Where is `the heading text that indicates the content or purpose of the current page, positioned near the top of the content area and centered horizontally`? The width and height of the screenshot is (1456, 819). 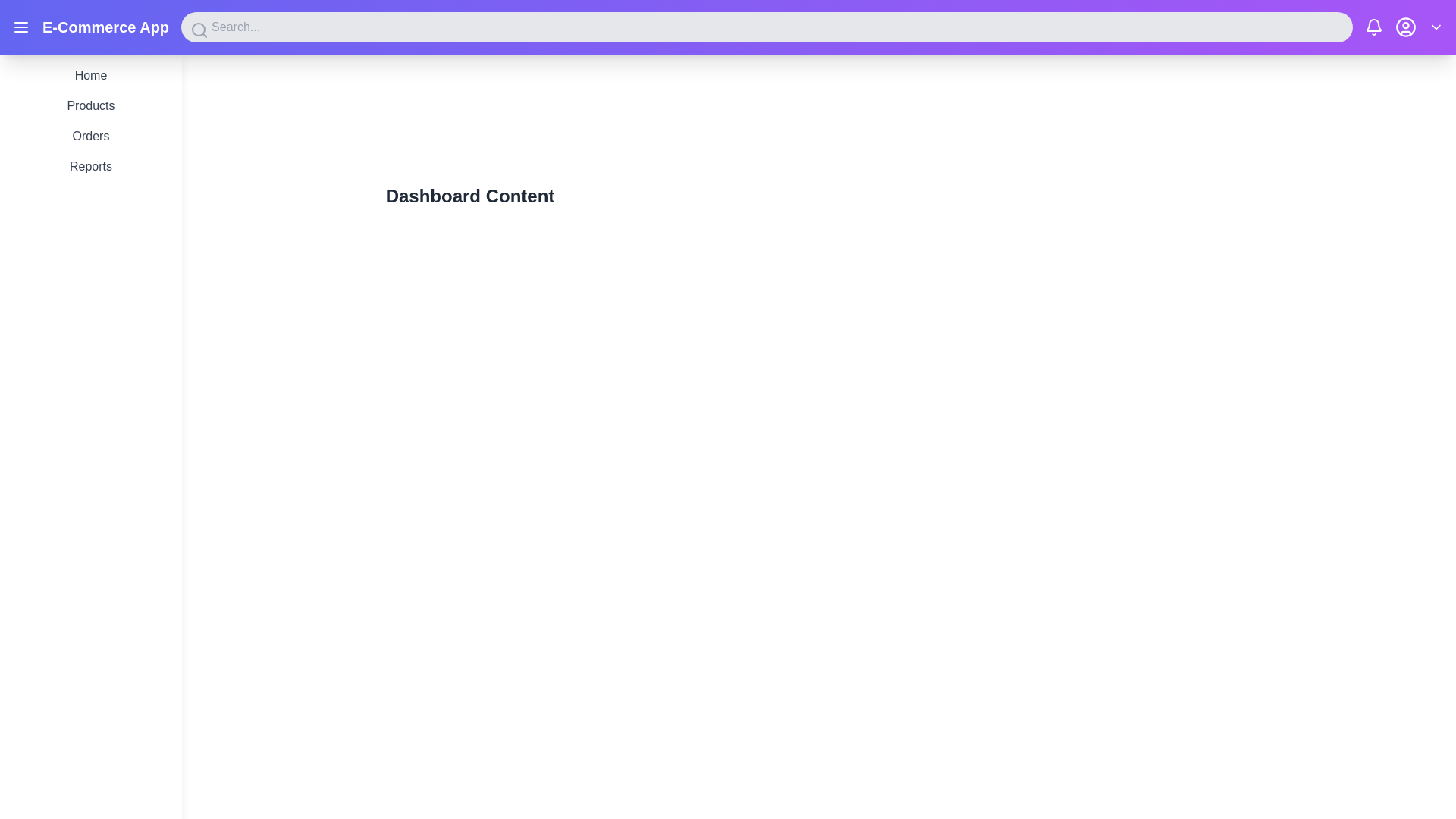
the heading text that indicates the content or purpose of the current page, positioned near the top of the content area and centered horizontally is located at coordinates (469, 195).